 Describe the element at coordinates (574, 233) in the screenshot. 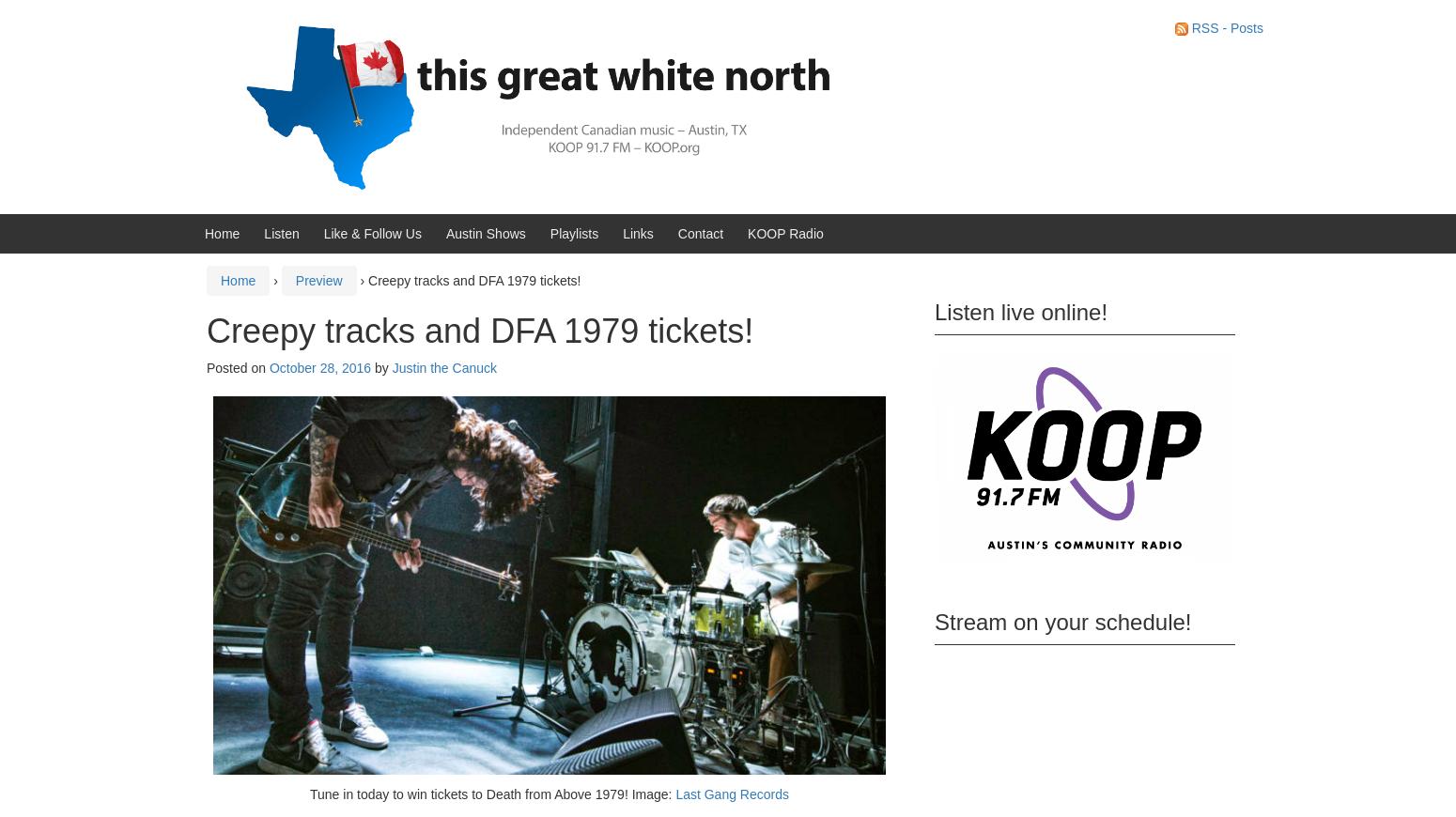

I see `'Playlists'` at that location.